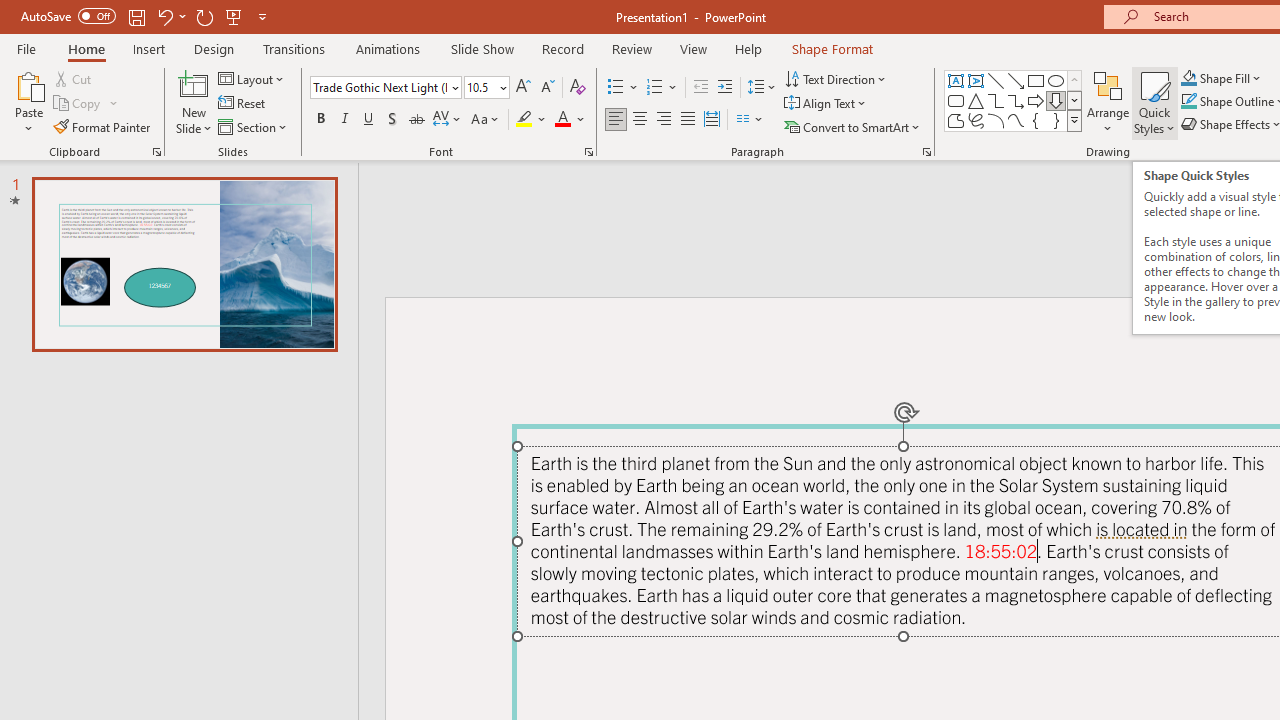 The height and width of the screenshot is (720, 1280). I want to click on 'Decrease Font Size', so click(547, 86).